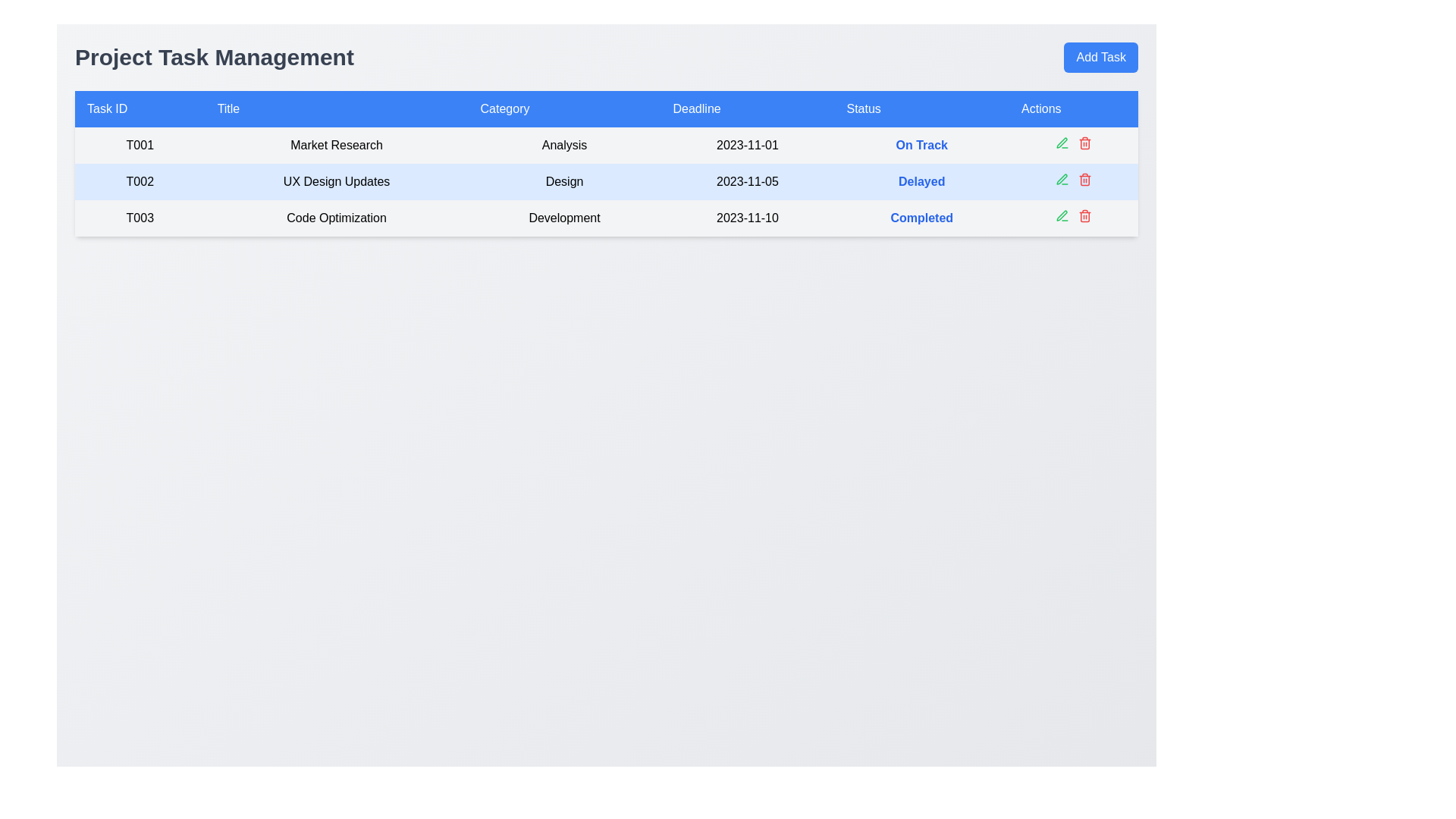  What do you see at coordinates (140, 218) in the screenshot?
I see `the text displayed in the 'Task ID' column of the third row in the project management table, which serves as the unique identifier for a specific task` at bounding box center [140, 218].